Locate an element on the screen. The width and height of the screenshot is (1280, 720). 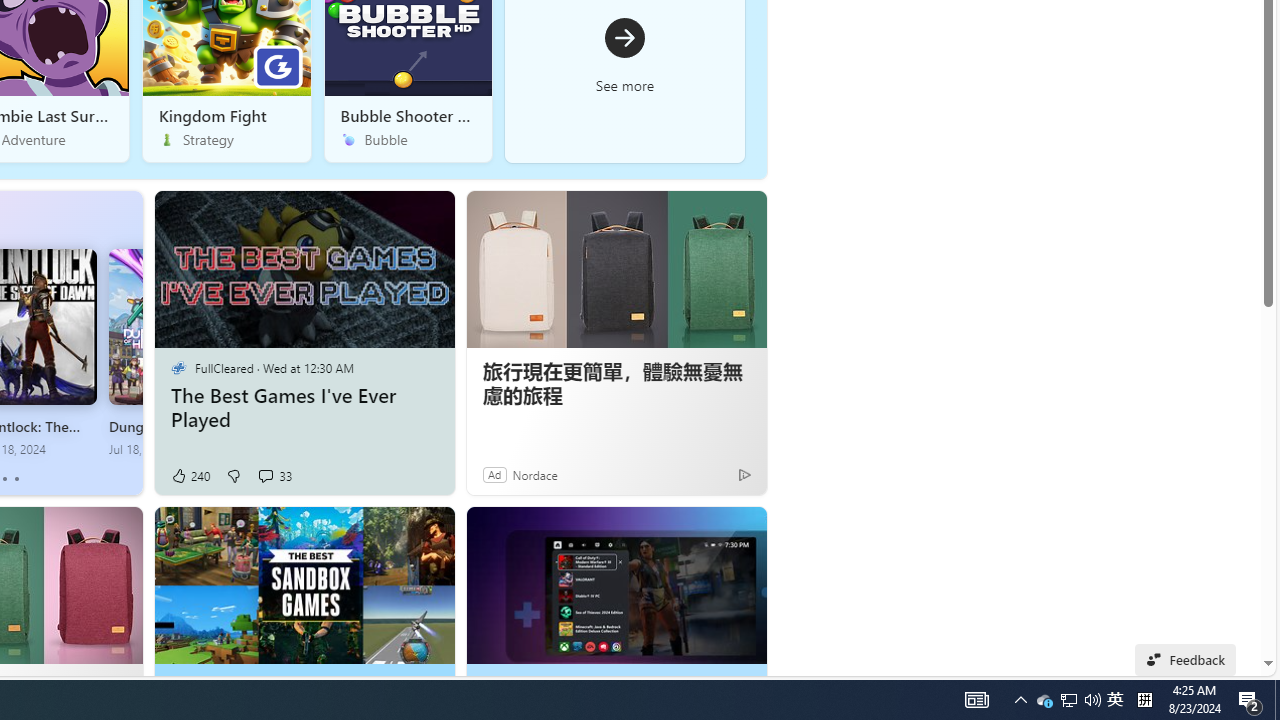
'View comments 33 Comment' is located at coordinates (273, 475).